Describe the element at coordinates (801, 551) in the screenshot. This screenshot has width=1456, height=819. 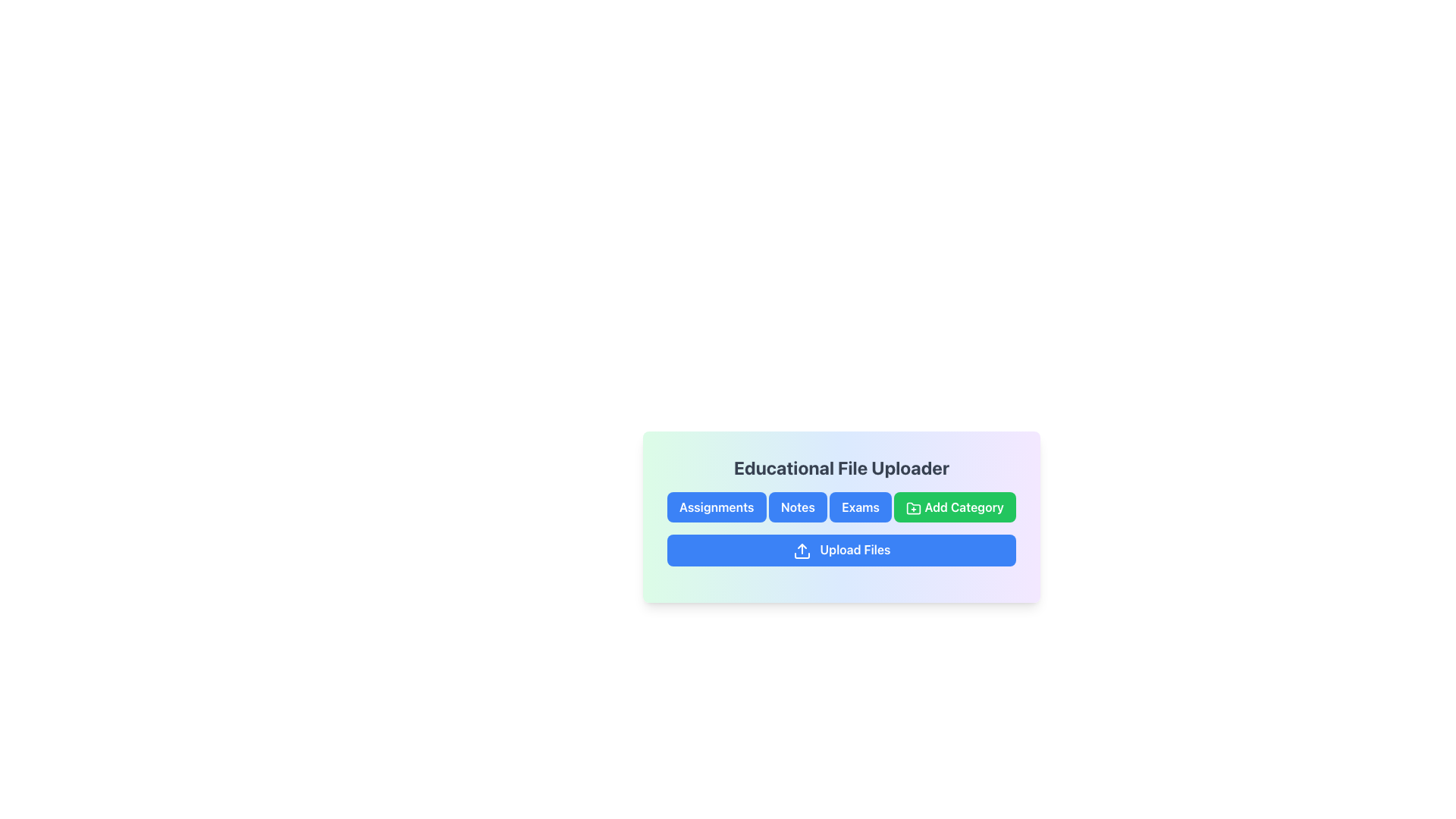
I see `the upload icon, which is represented by an upward arrow within the blue 'Upload Files' button located below the 'Educational File Uploader' heading` at that location.